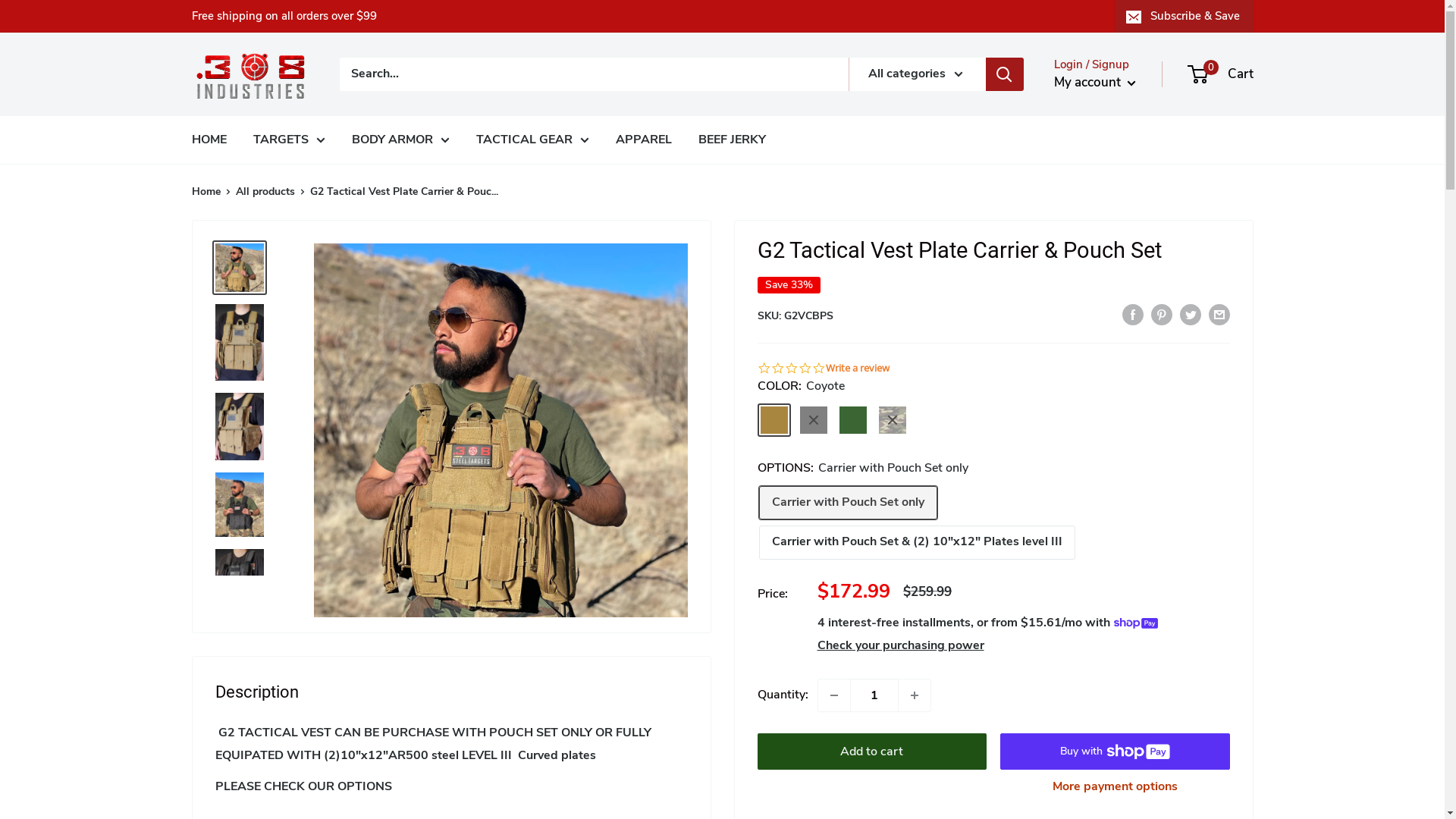  I want to click on 'Subscribe & Save', so click(1183, 15).